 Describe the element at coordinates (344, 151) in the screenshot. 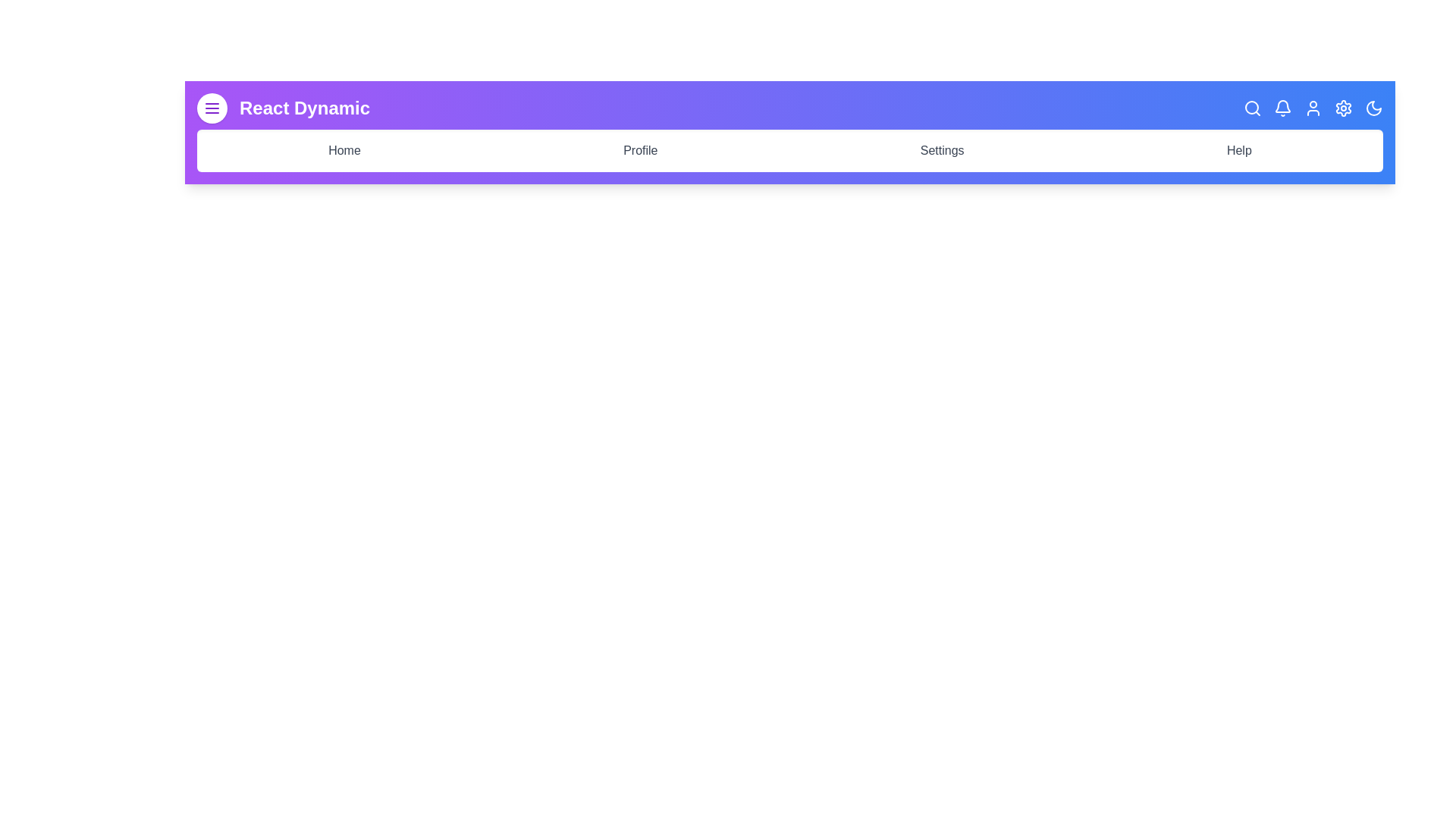

I see `the navigation link labeled Home to navigate to the corresponding section` at that location.